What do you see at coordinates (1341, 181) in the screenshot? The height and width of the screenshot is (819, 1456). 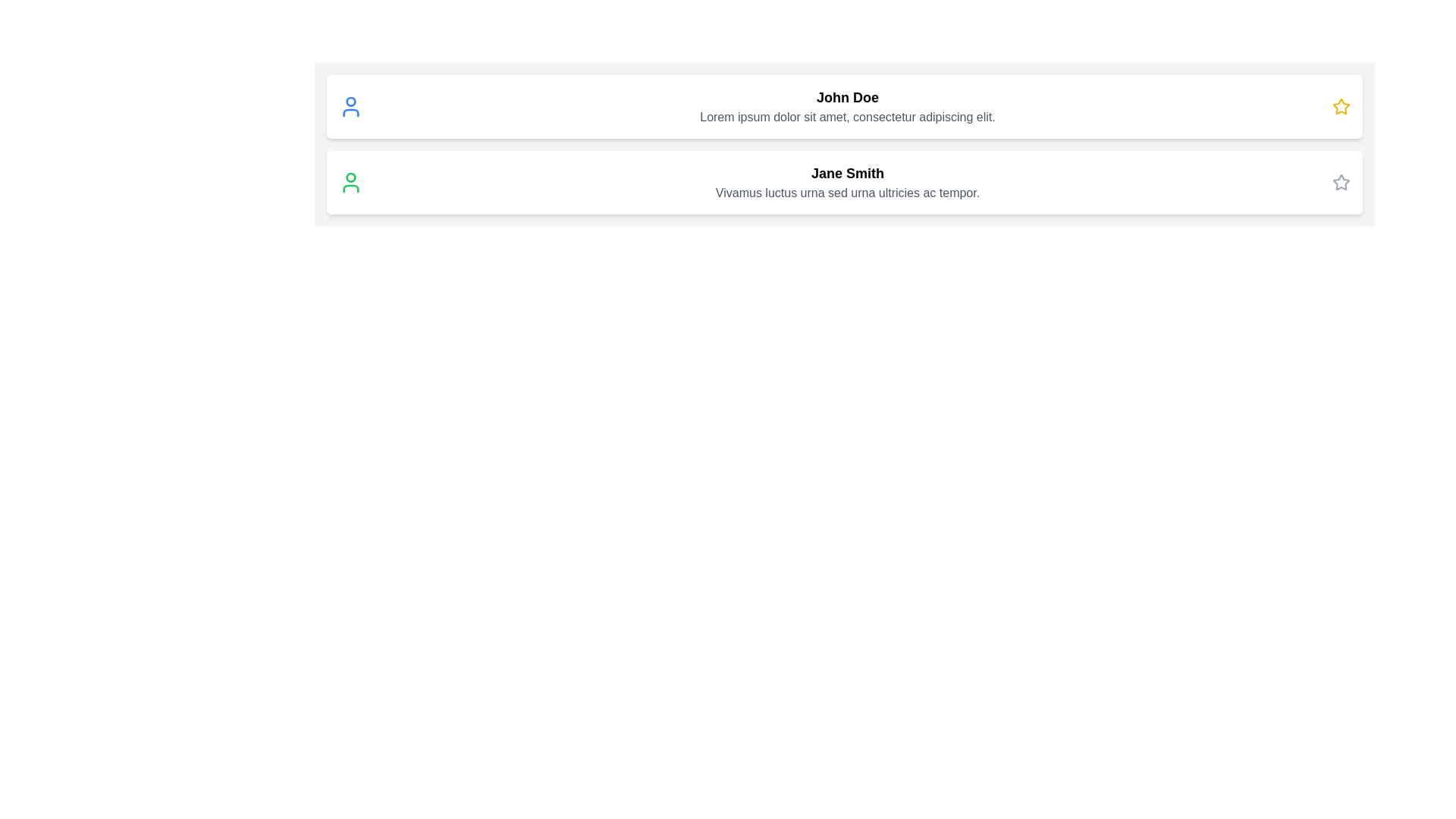 I see `the second star-shaped icon in the bottom card` at bounding box center [1341, 181].